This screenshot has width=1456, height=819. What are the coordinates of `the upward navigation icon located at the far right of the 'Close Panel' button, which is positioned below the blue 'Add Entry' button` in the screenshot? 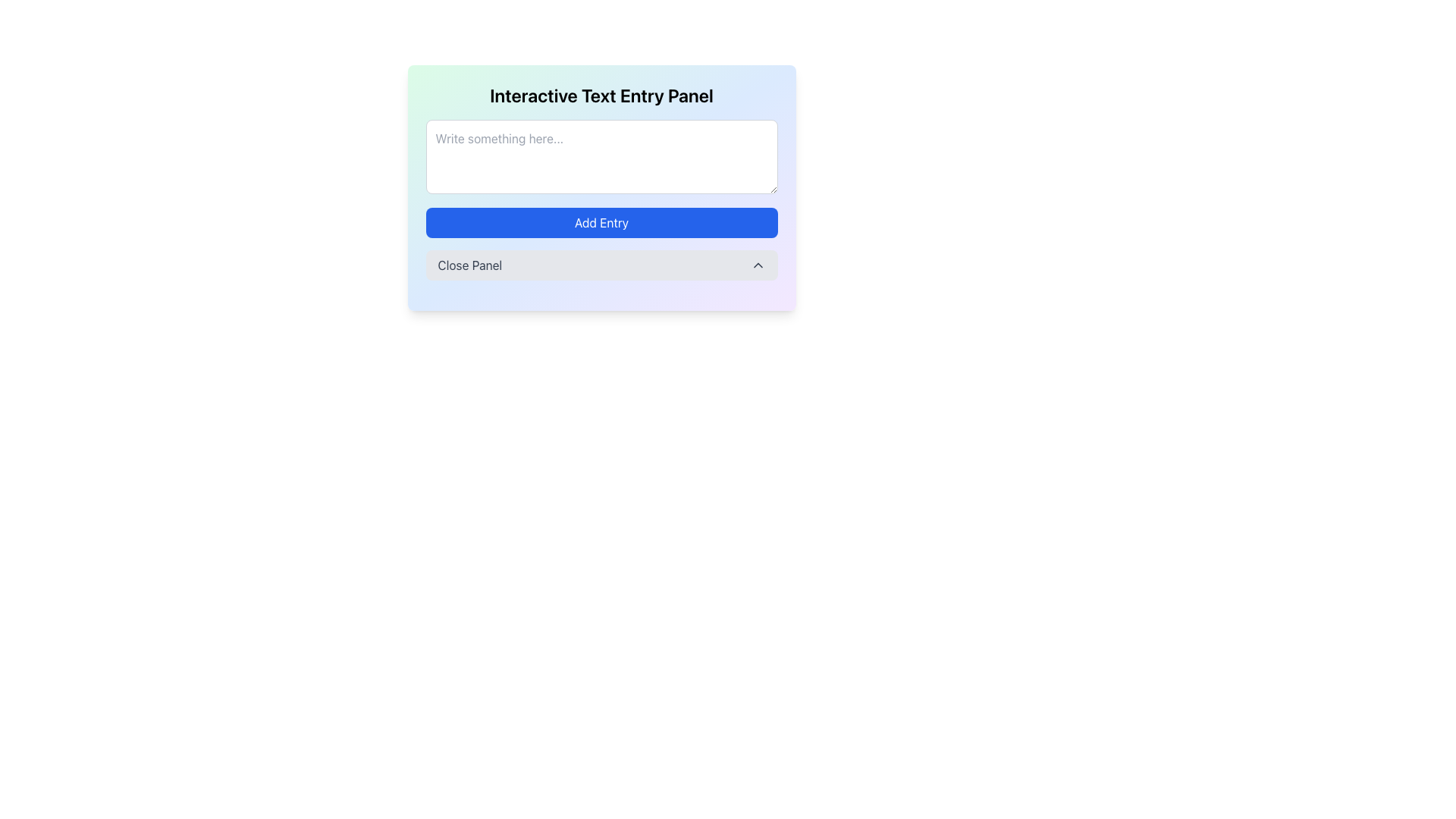 It's located at (758, 265).